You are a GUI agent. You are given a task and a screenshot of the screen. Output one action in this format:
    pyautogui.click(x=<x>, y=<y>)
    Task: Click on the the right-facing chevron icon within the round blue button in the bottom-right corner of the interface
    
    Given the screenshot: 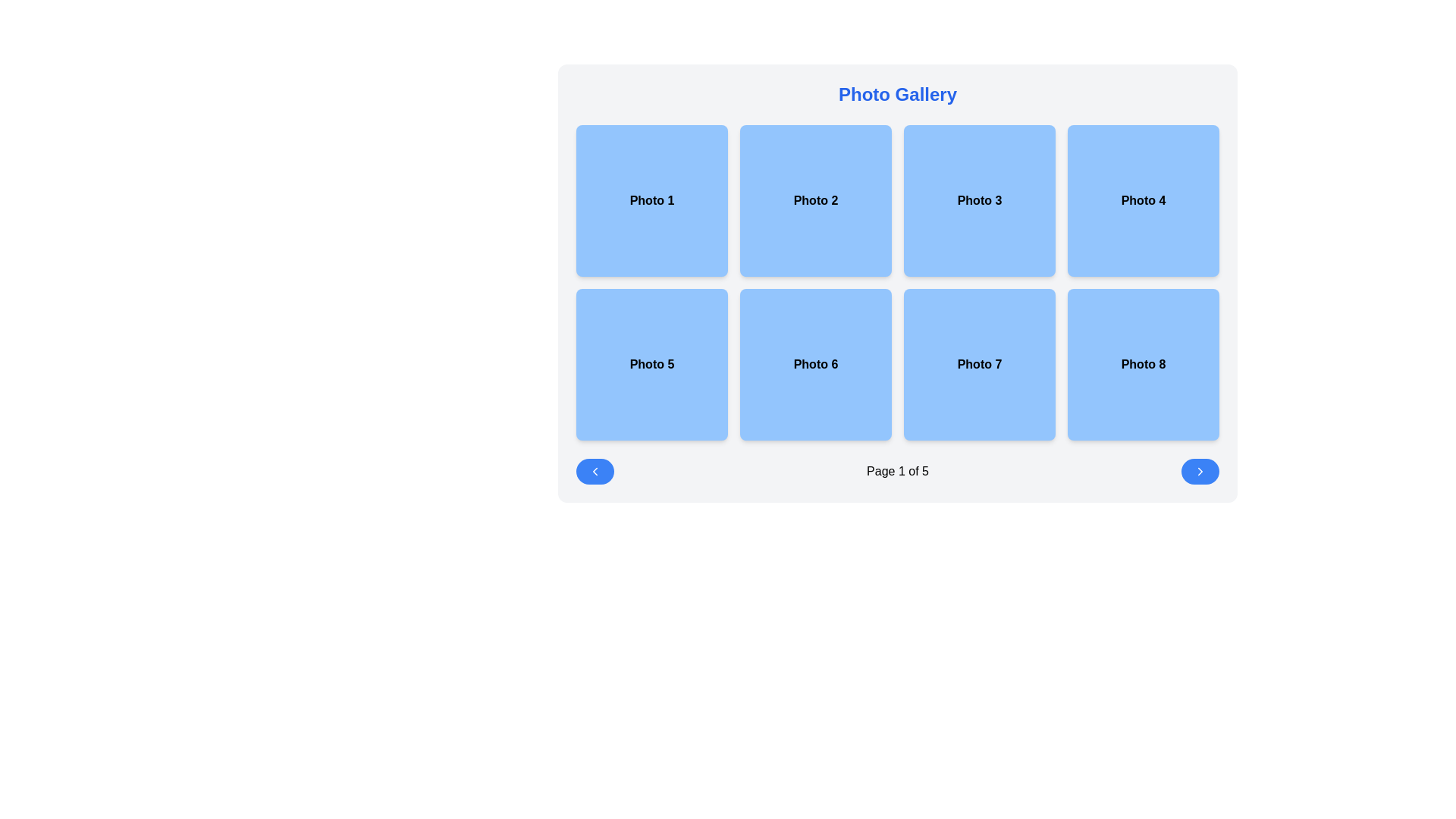 What is the action you would take?
    pyautogui.click(x=1200, y=470)
    